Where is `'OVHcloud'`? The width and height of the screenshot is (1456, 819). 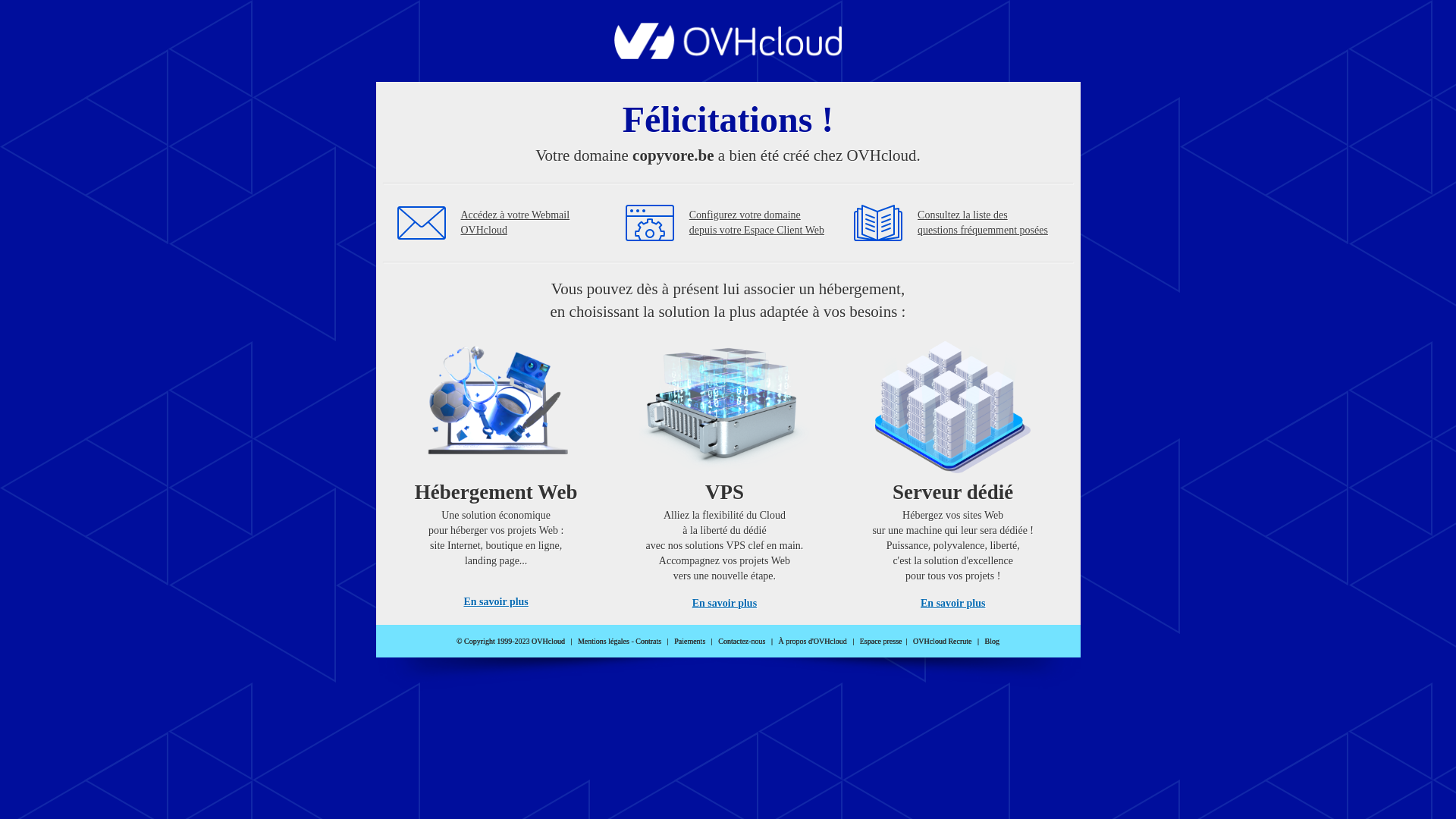
'OVHcloud' is located at coordinates (728, 54).